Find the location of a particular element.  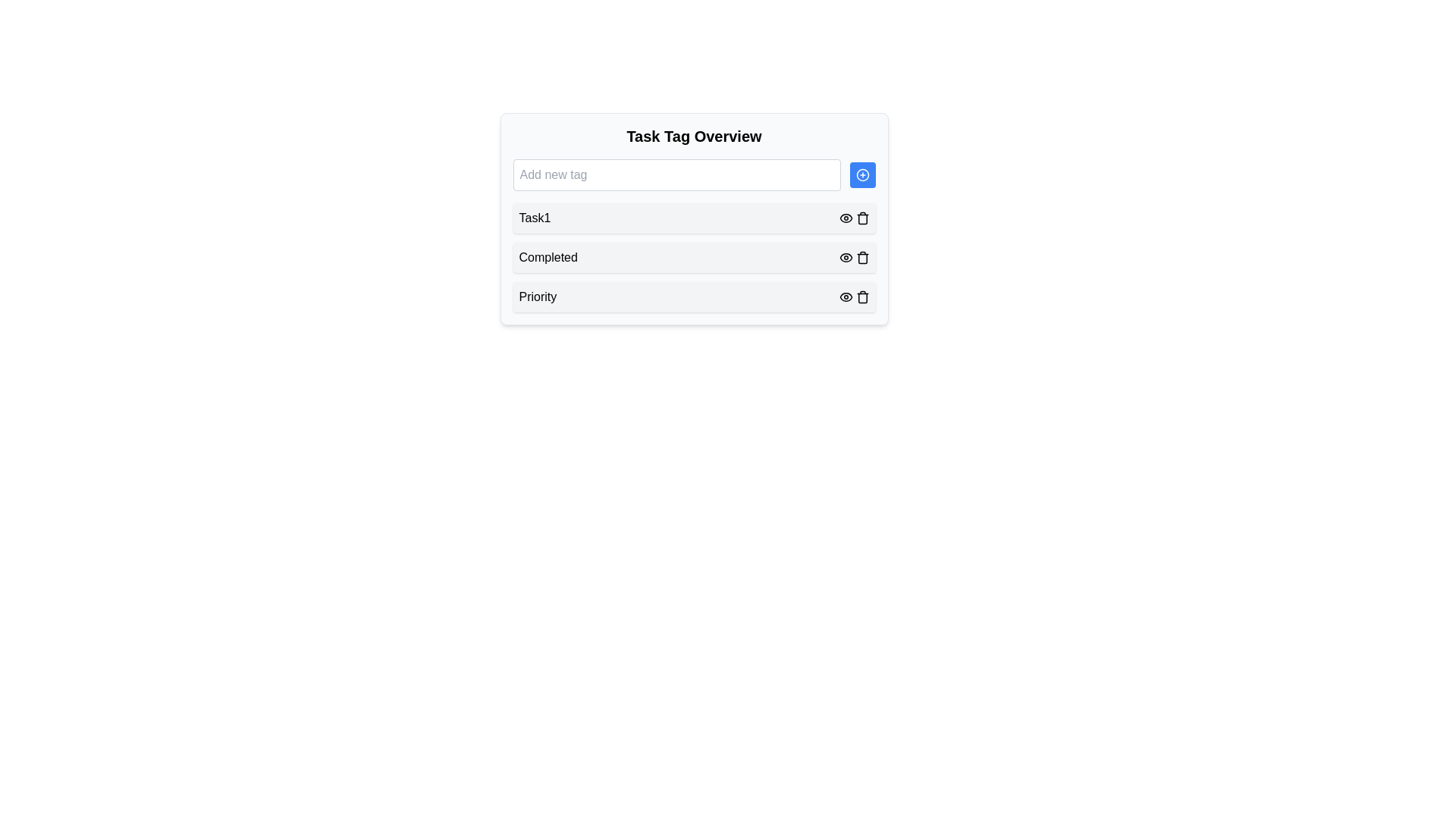

the blue button with a circular icon containing a plus sign for adding a new tag in the 'Task Tag Overview' interface for keyboard accessibility is located at coordinates (862, 174).